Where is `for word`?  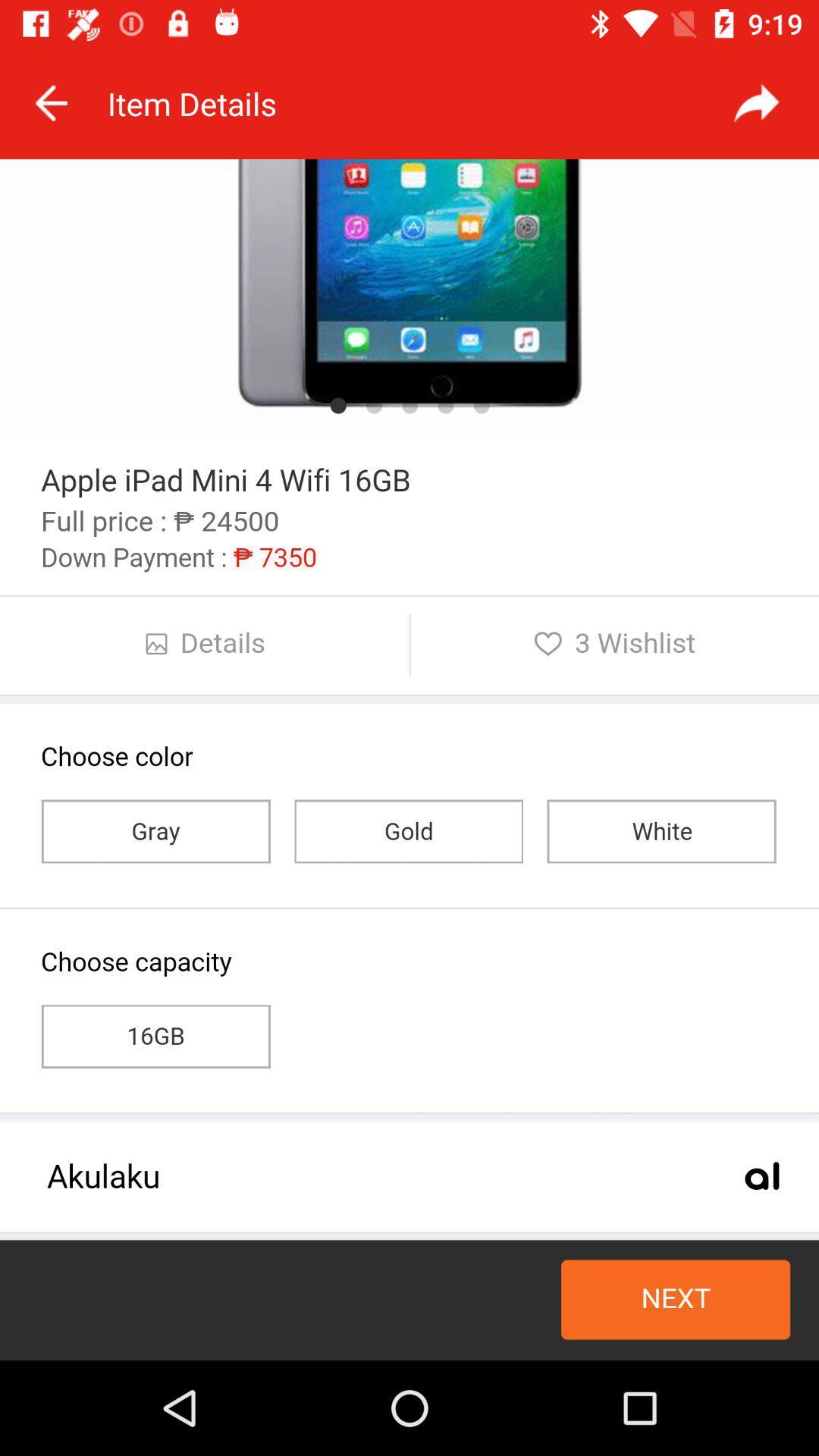
for word is located at coordinates (756, 102).